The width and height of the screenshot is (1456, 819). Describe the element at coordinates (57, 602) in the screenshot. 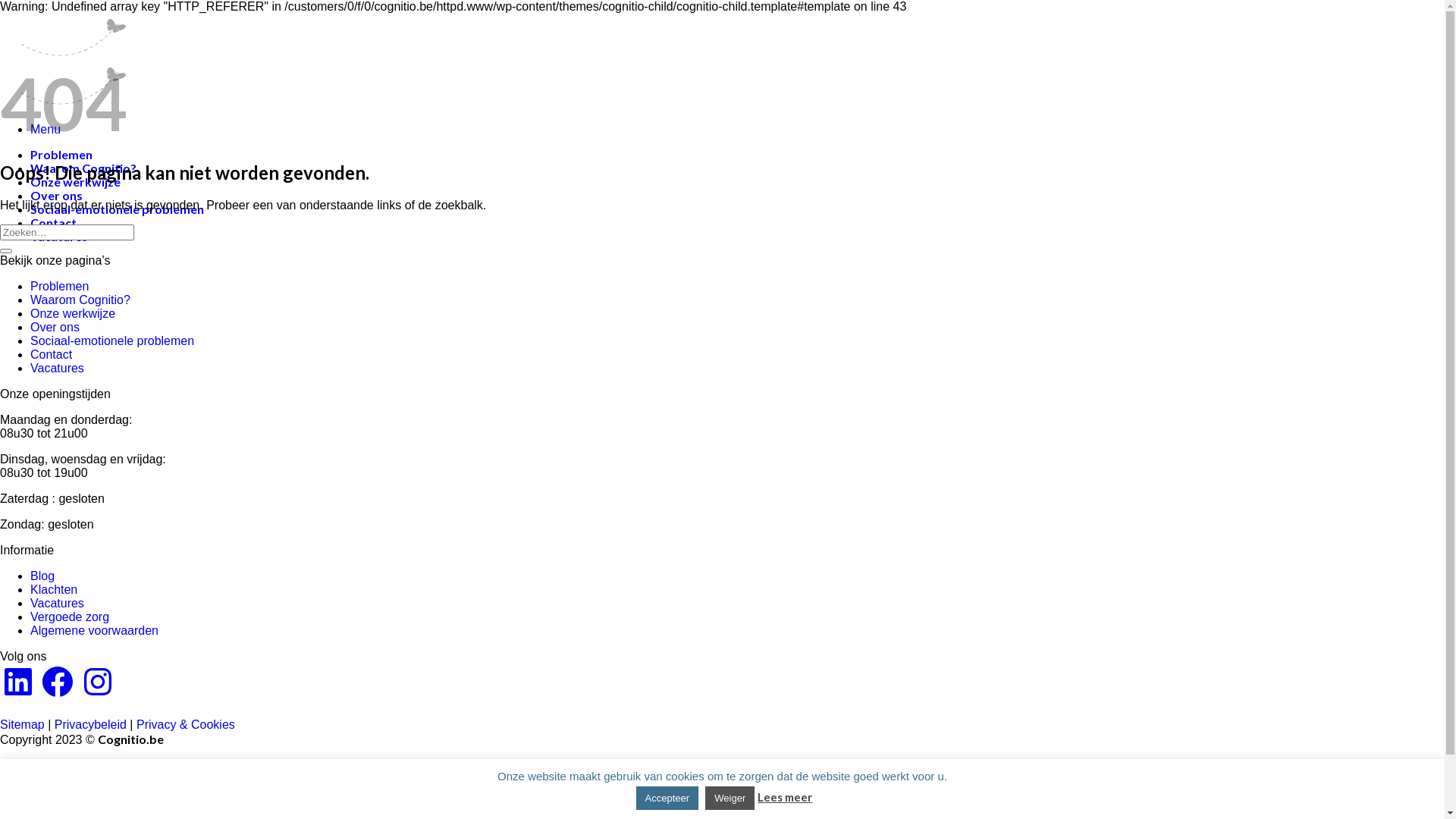

I see `'Vacatures'` at that location.